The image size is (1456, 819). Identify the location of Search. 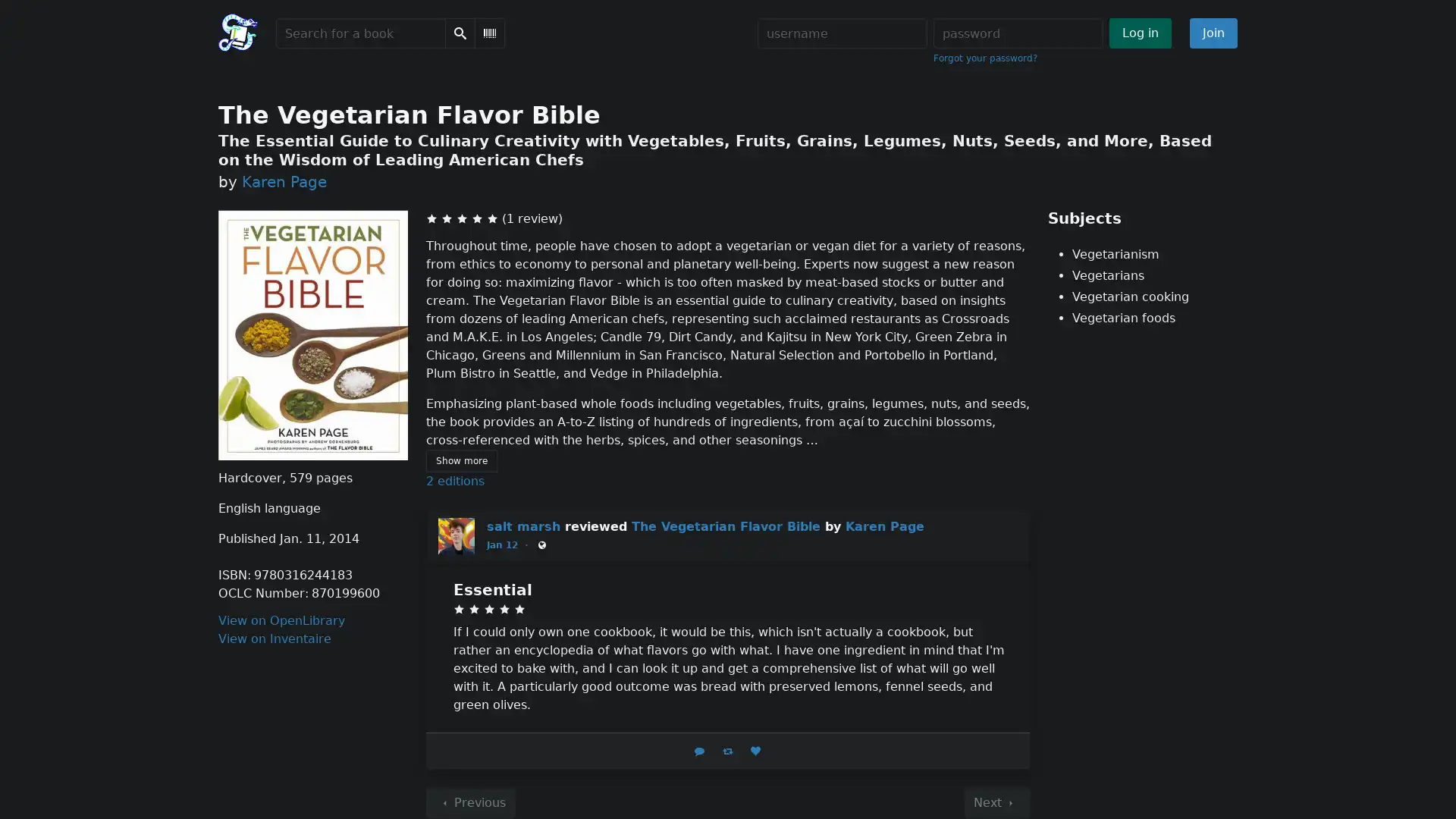
(459, 33).